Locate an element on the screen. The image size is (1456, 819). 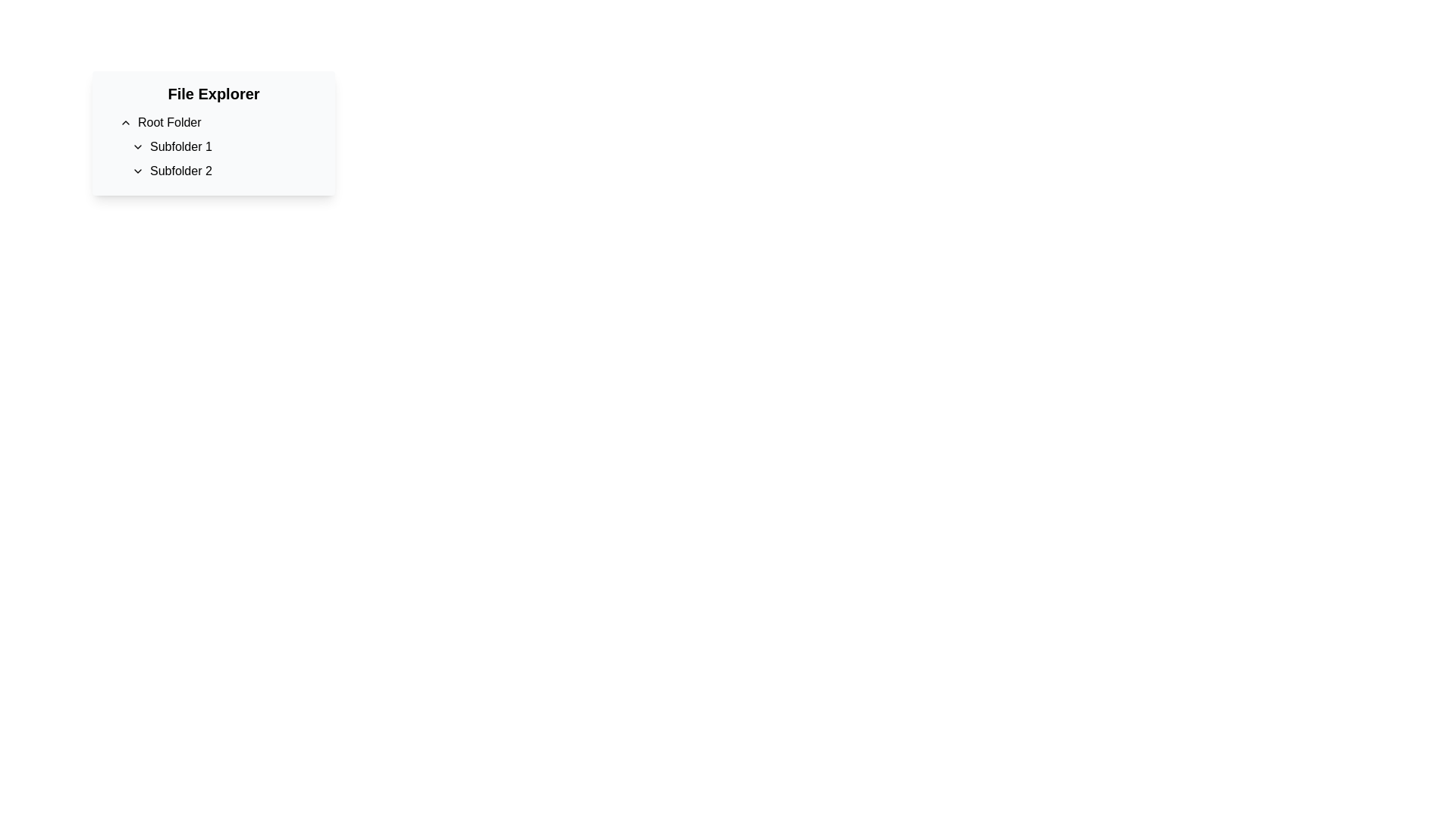
the text label representing the subfolder named 'Subfolder 1' in the file explorer view is located at coordinates (180, 146).